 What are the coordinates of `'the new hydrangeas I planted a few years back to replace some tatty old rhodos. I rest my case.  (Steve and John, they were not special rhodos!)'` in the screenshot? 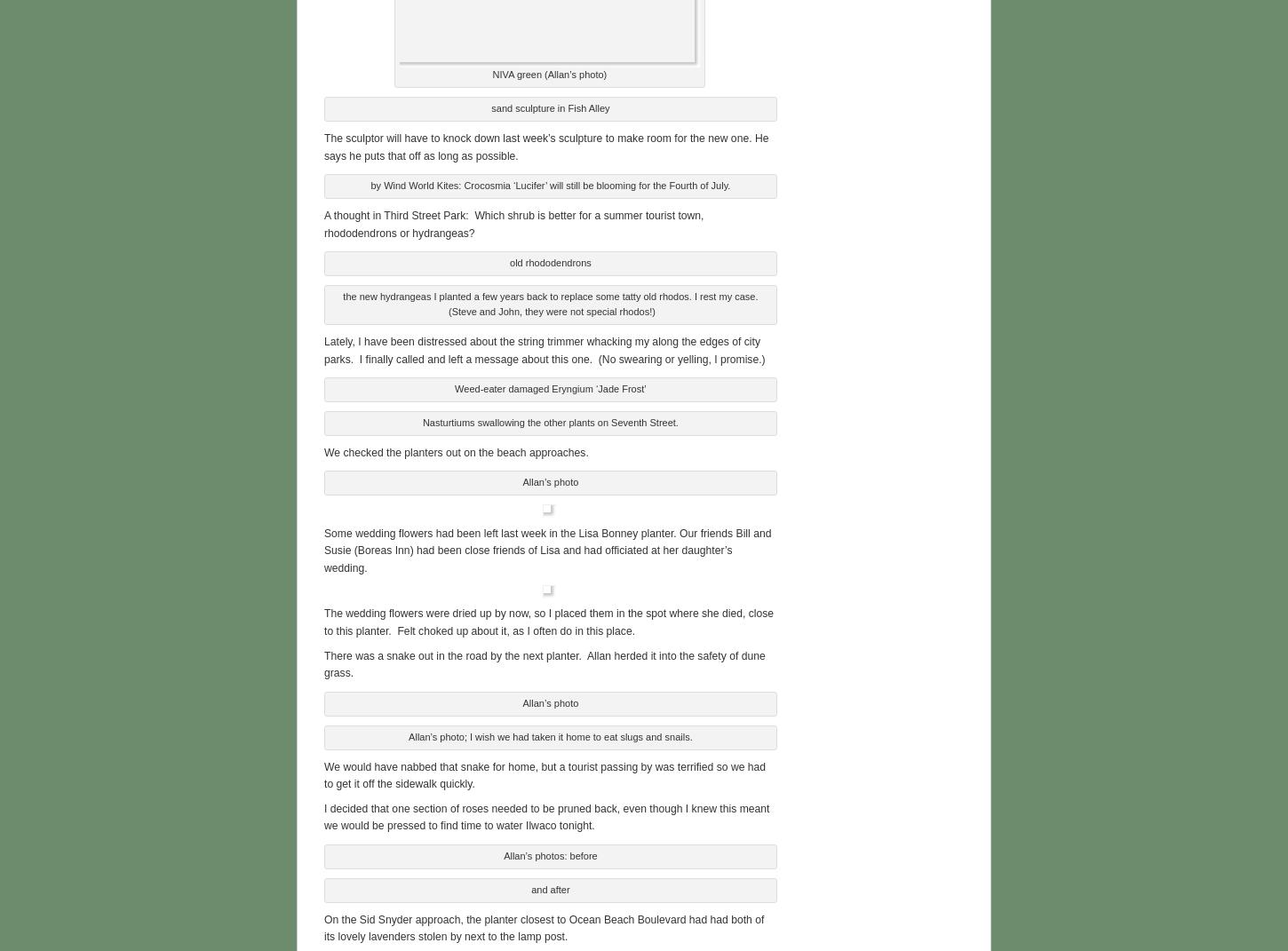 It's located at (549, 301).